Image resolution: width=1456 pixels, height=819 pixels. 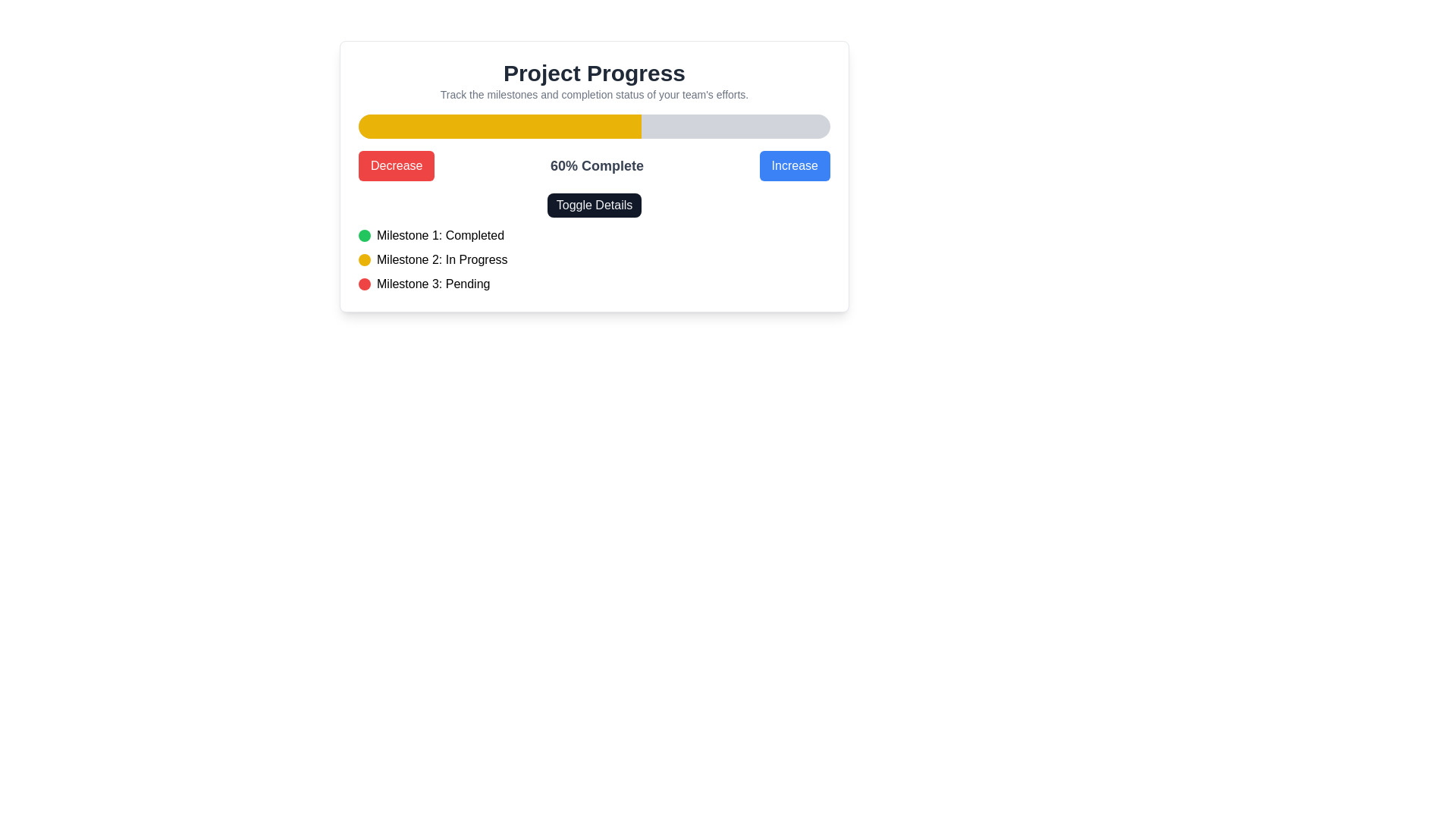 I want to click on the rectangular blue button labeled 'Increase', so click(x=794, y=166).